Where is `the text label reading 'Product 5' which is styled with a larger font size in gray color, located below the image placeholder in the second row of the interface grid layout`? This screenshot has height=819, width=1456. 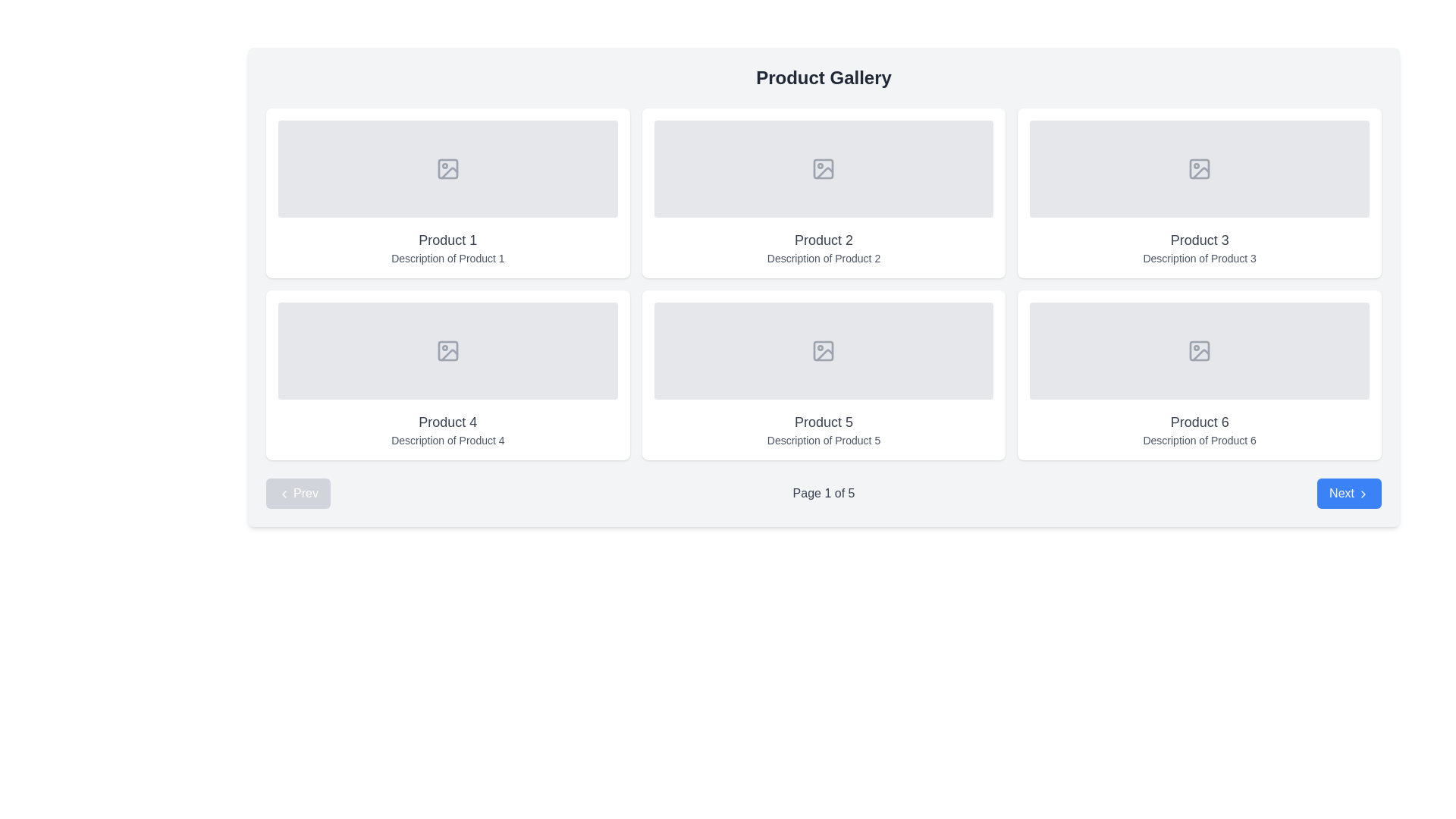 the text label reading 'Product 5' which is styled with a larger font size in gray color, located below the image placeholder in the second row of the interface grid layout is located at coordinates (823, 422).